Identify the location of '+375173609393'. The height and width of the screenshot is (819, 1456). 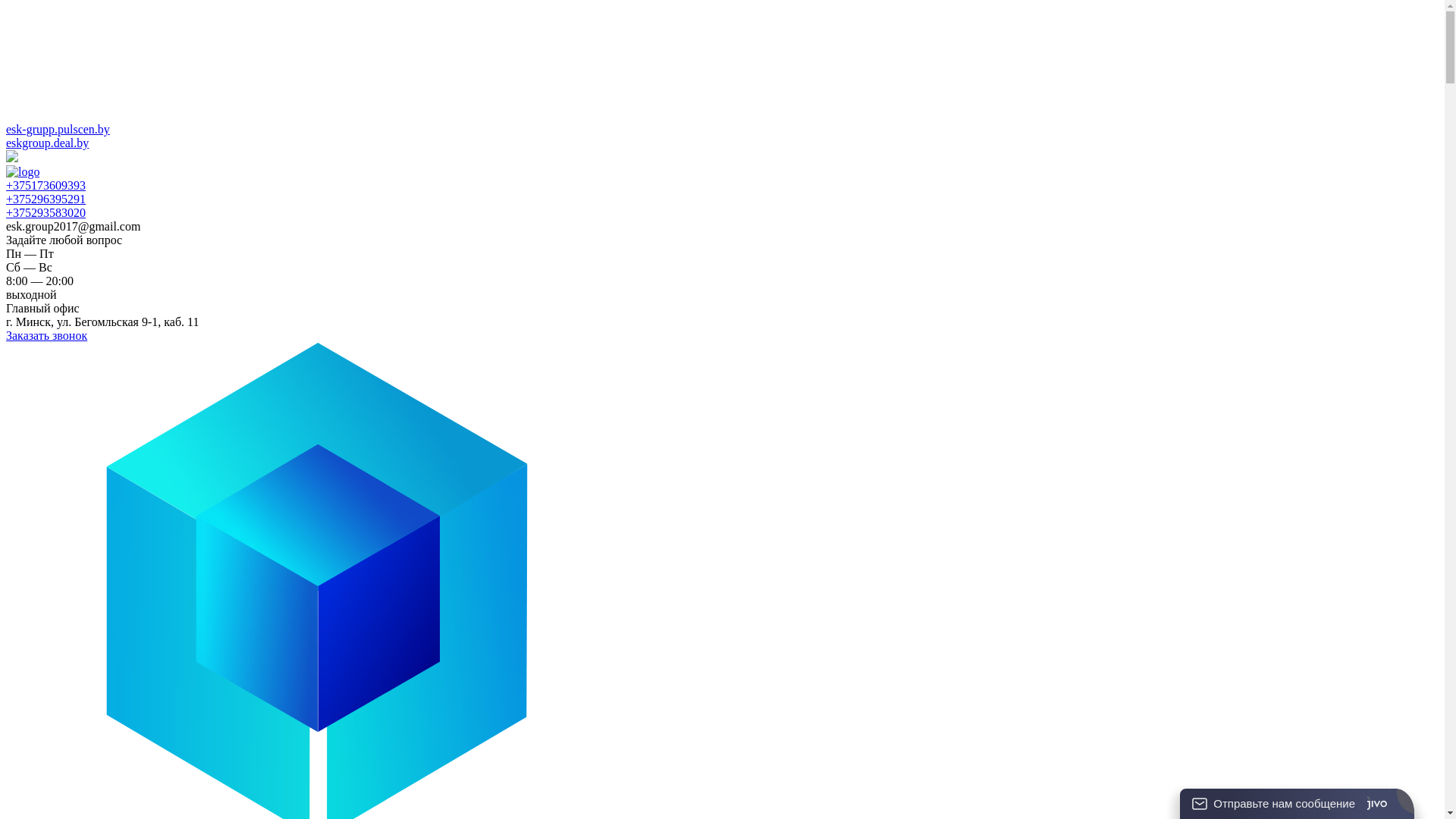
(45, 184).